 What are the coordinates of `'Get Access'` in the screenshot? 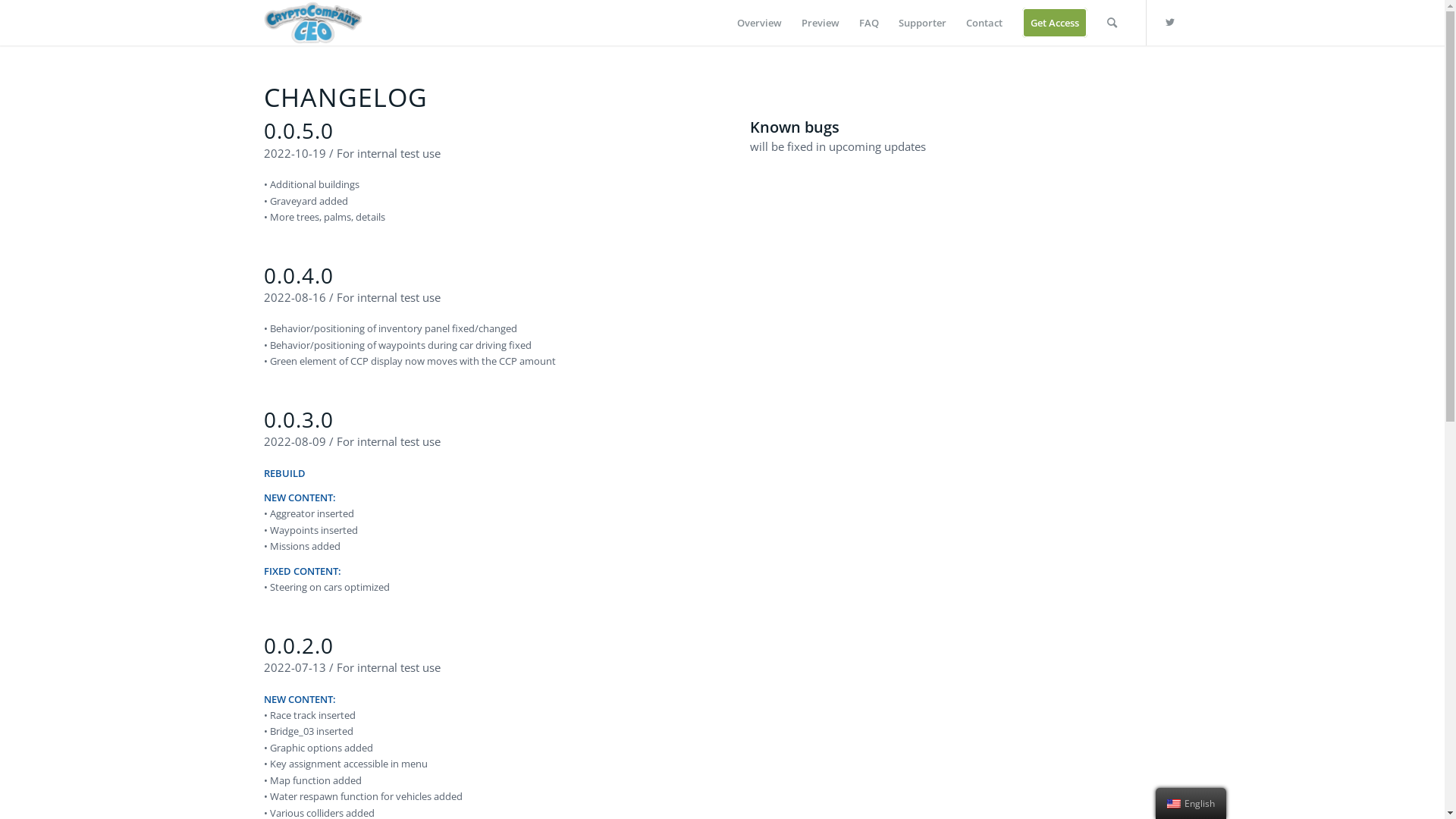 It's located at (1053, 23).